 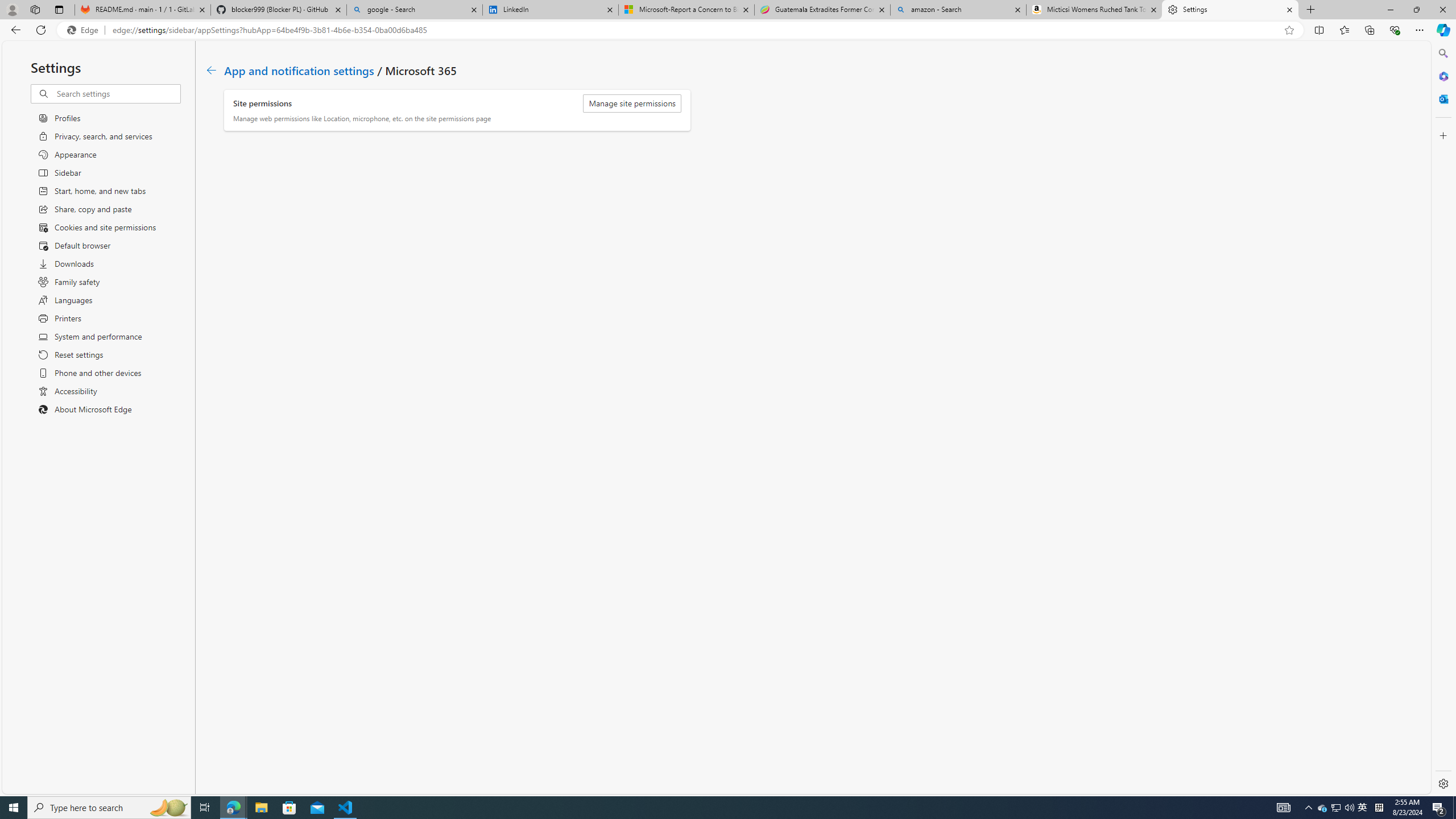 I want to click on 'Manage site permissions', so click(x=631, y=103).